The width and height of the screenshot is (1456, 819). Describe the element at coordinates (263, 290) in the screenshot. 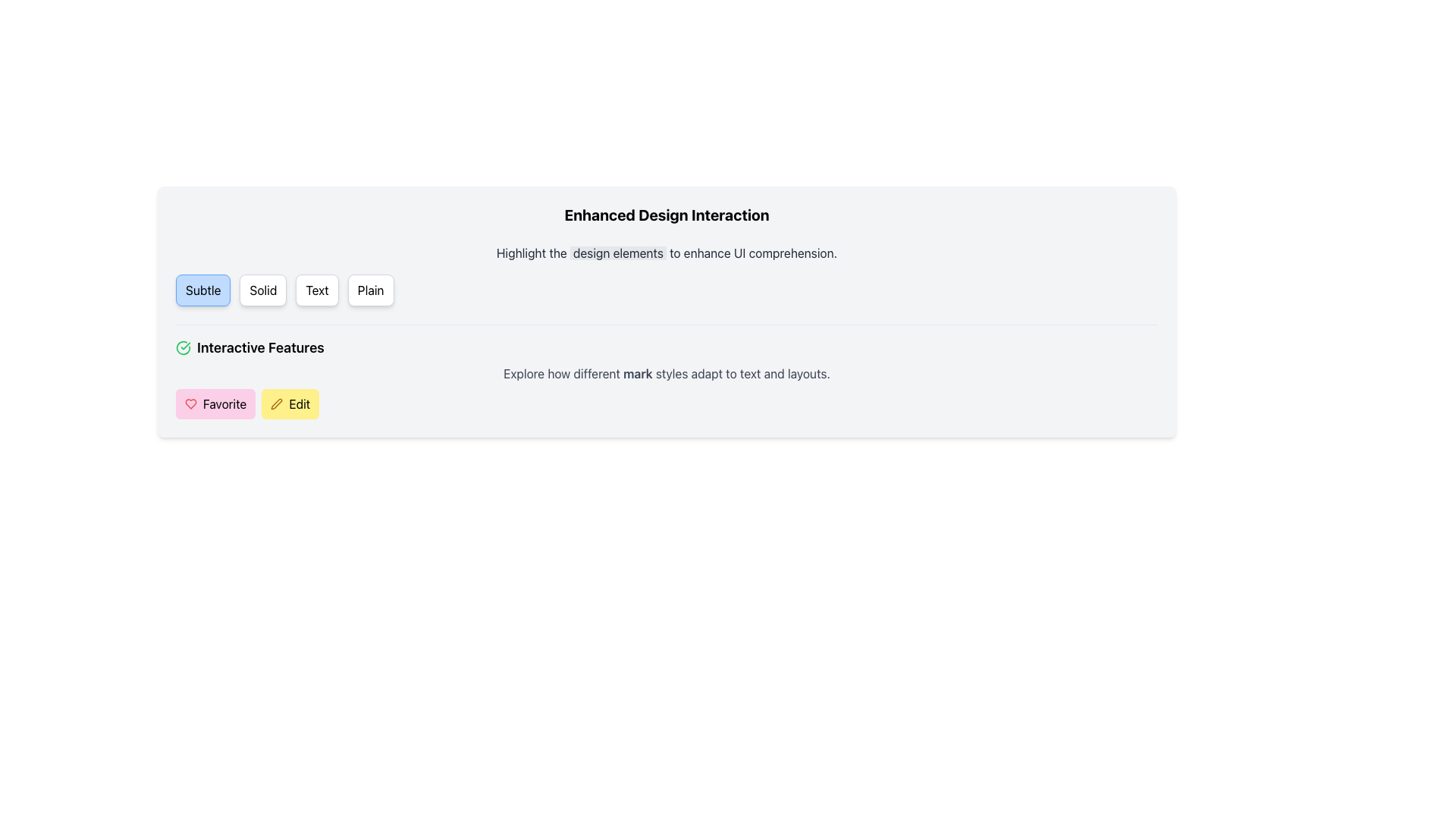

I see `the medium-sized button with rounded corners and the text 'Solid' in bold black font` at that location.